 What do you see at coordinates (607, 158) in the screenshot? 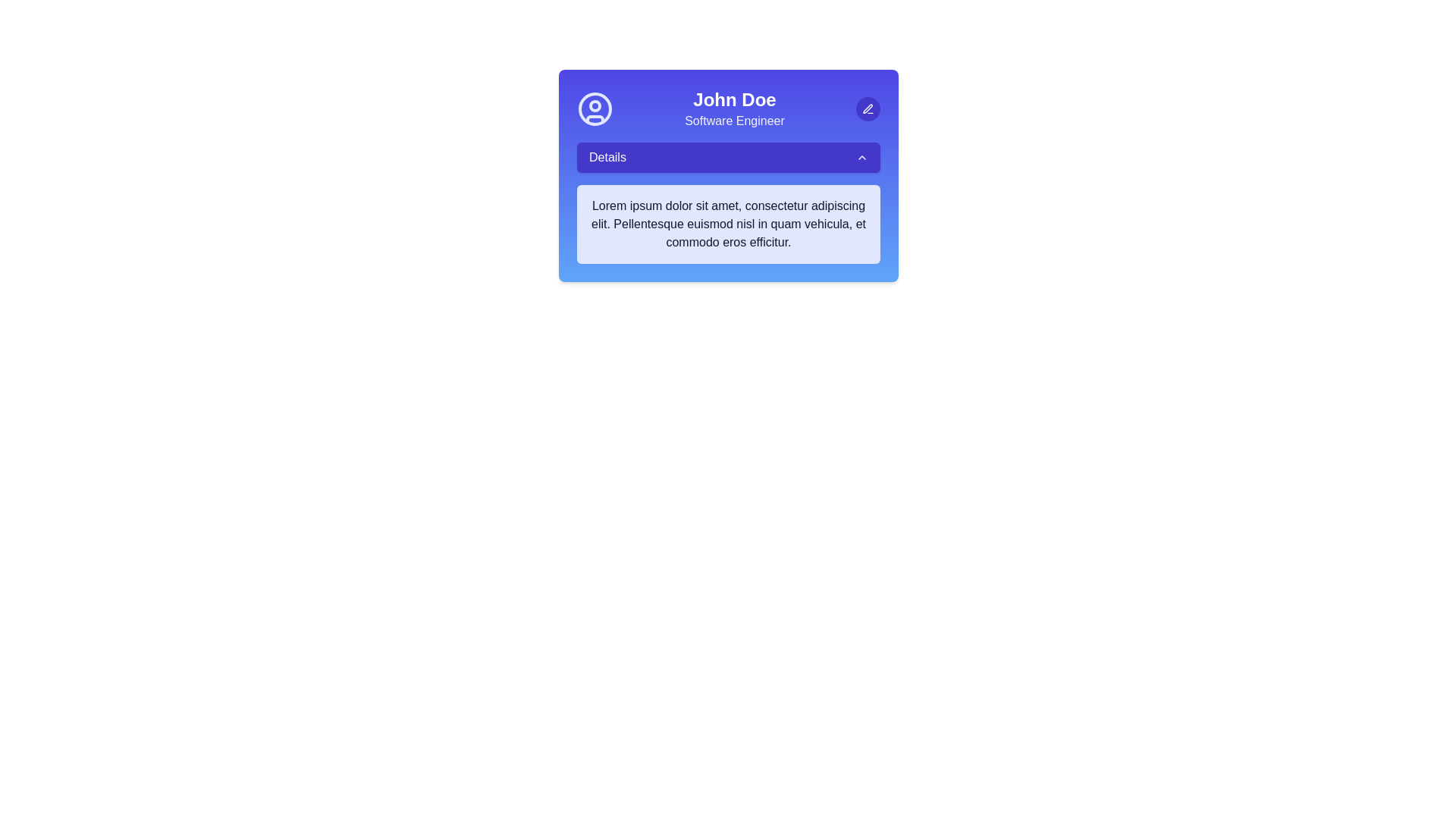
I see `the Text label located in the top-left corner of the button bar within the profile card layout, which indicates that clicking the associated button will reveal more details` at bounding box center [607, 158].